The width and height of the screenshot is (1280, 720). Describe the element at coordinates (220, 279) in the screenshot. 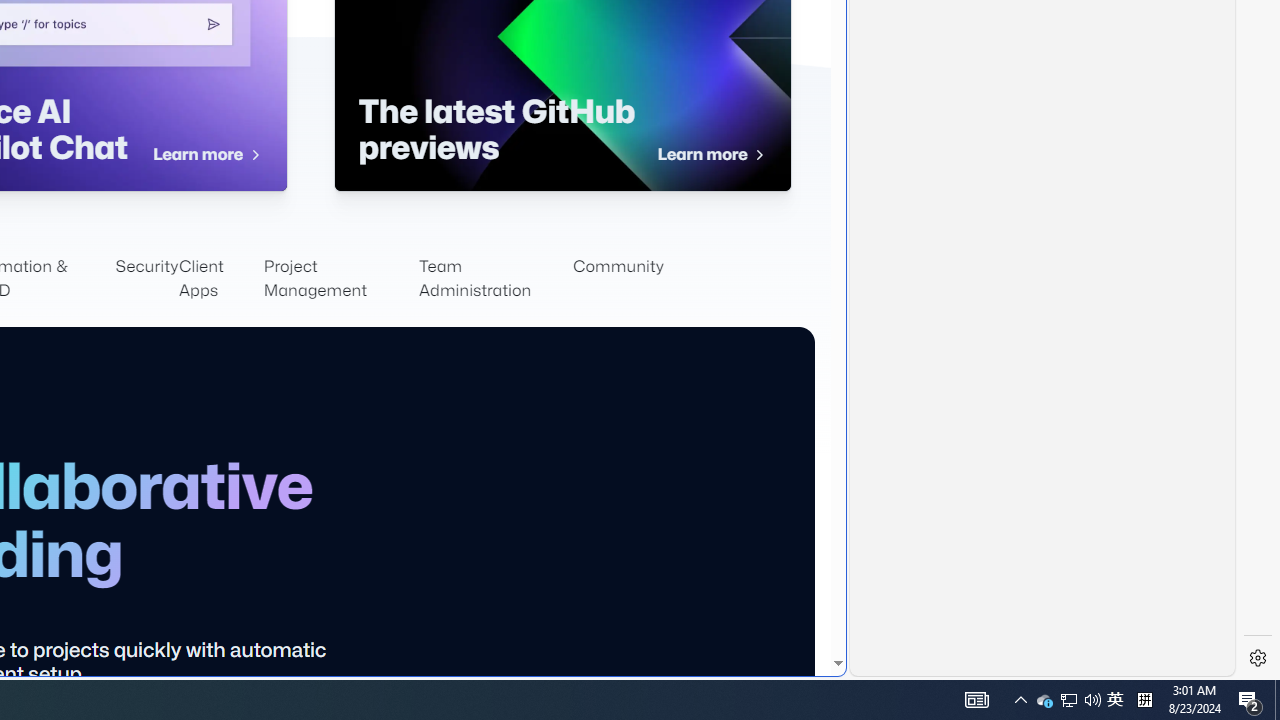

I see `'Client Apps'` at that location.